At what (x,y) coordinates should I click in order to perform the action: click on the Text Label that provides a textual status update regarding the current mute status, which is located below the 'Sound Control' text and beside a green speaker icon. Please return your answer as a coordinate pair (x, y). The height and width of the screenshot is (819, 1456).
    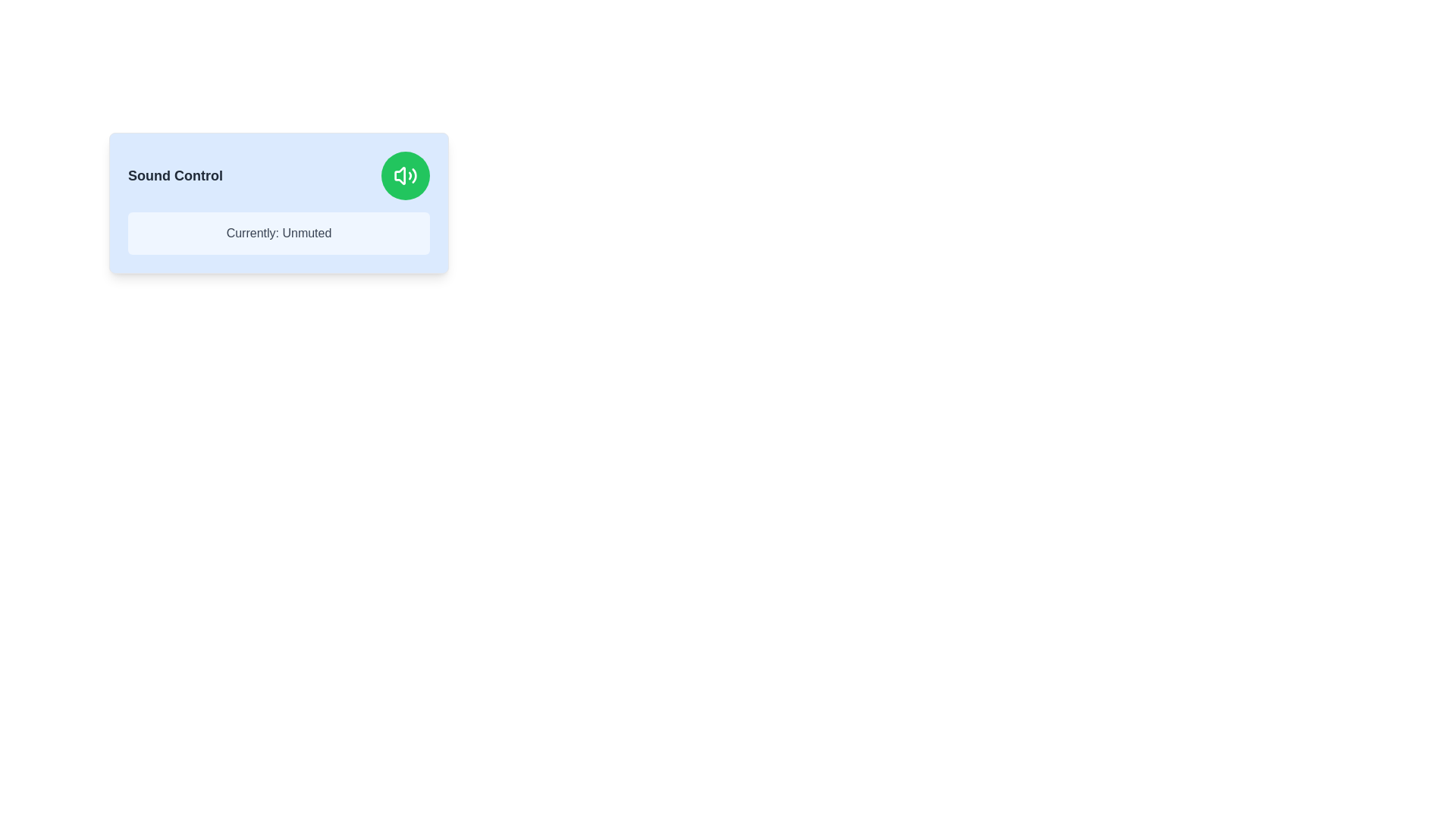
    Looking at the image, I should click on (279, 234).